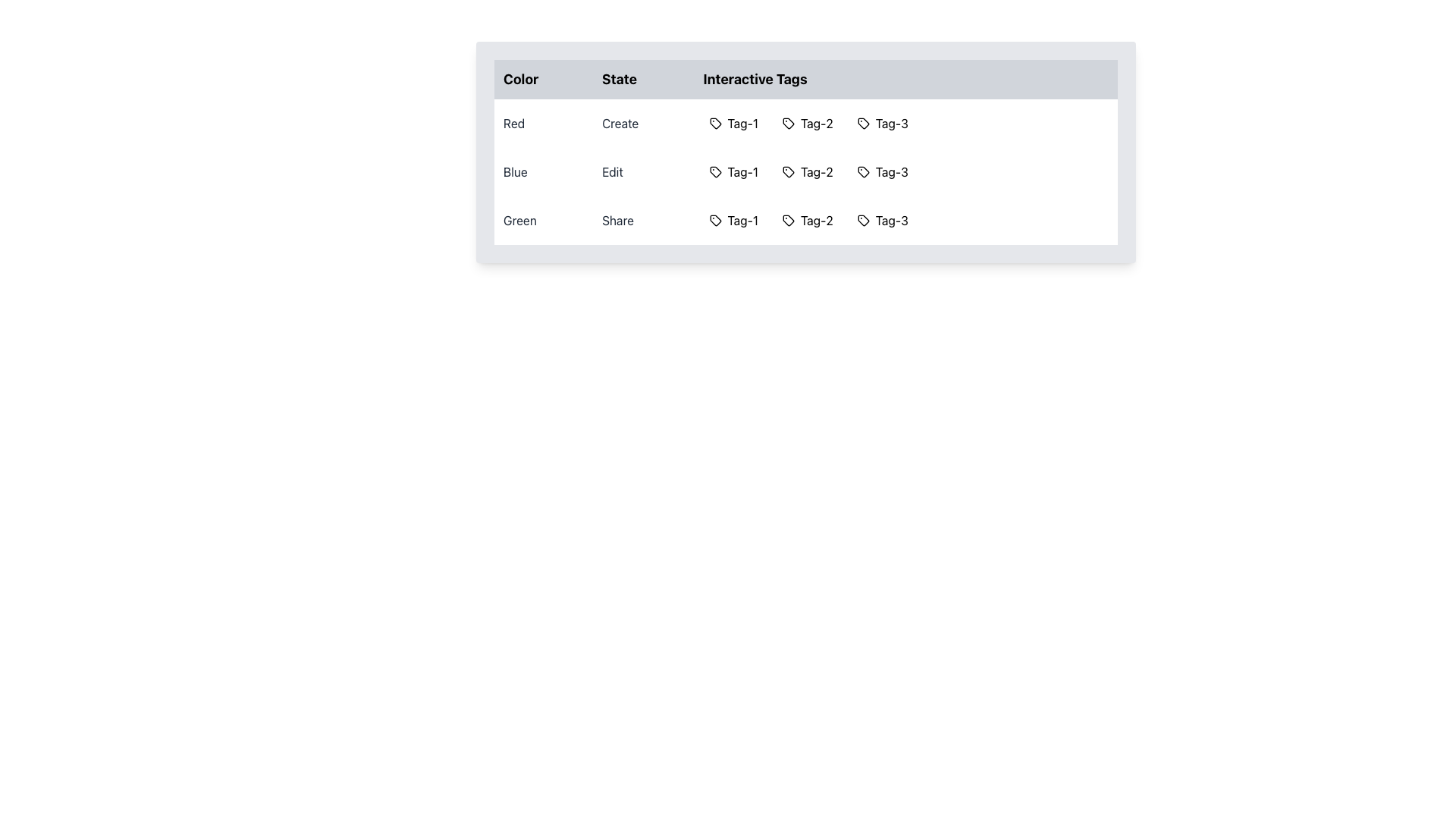 The width and height of the screenshot is (1456, 819). Describe the element at coordinates (892, 122) in the screenshot. I see `the static text label representing the third tag in the 'Interactive Tags' column, located in the row marked 'Red' under 'Color' and 'Create' under 'State'` at that location.